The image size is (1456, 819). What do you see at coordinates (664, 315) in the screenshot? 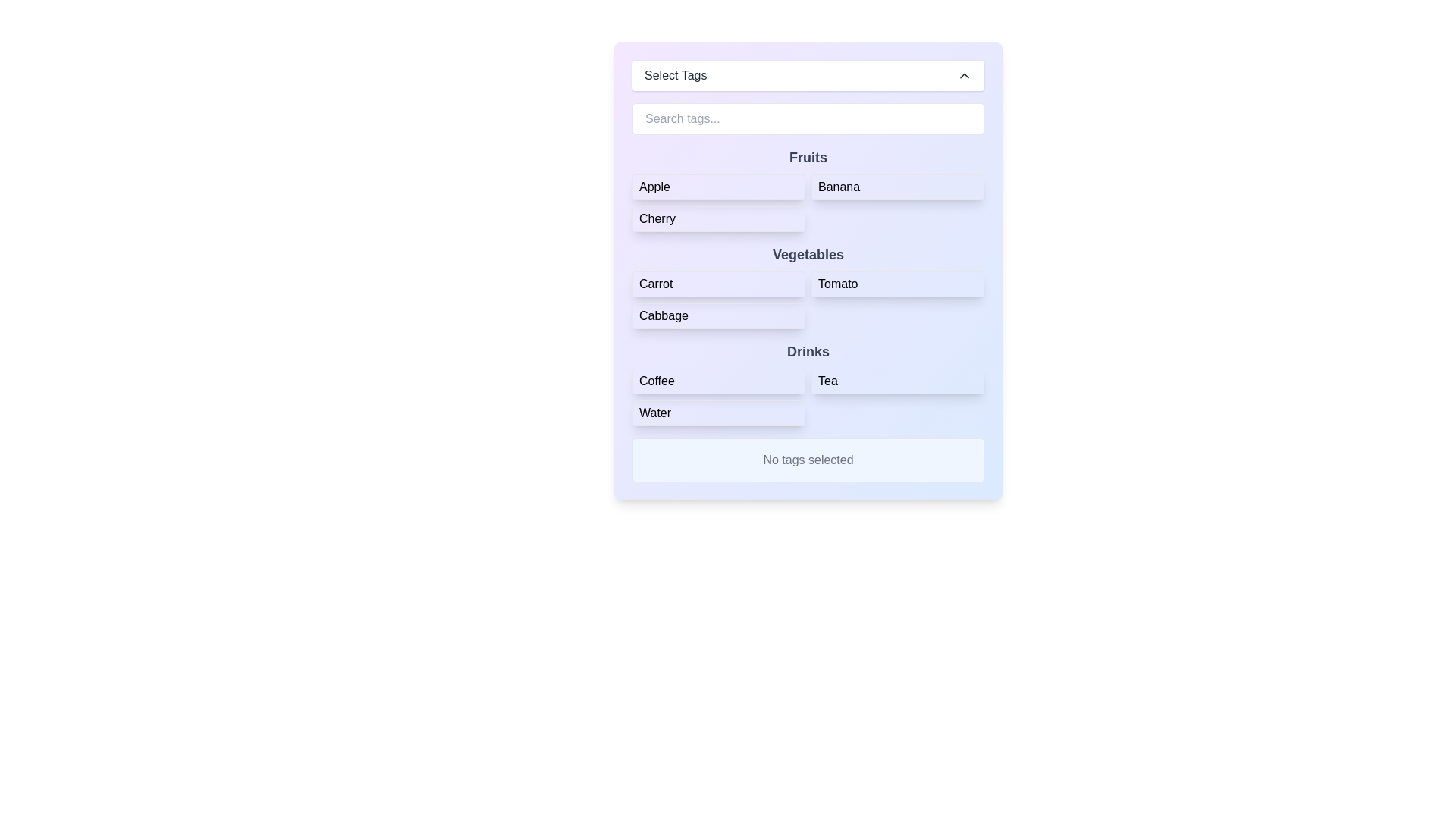
I see `the text label displaying 'Cabbage'` at bounding box center [664, 315].